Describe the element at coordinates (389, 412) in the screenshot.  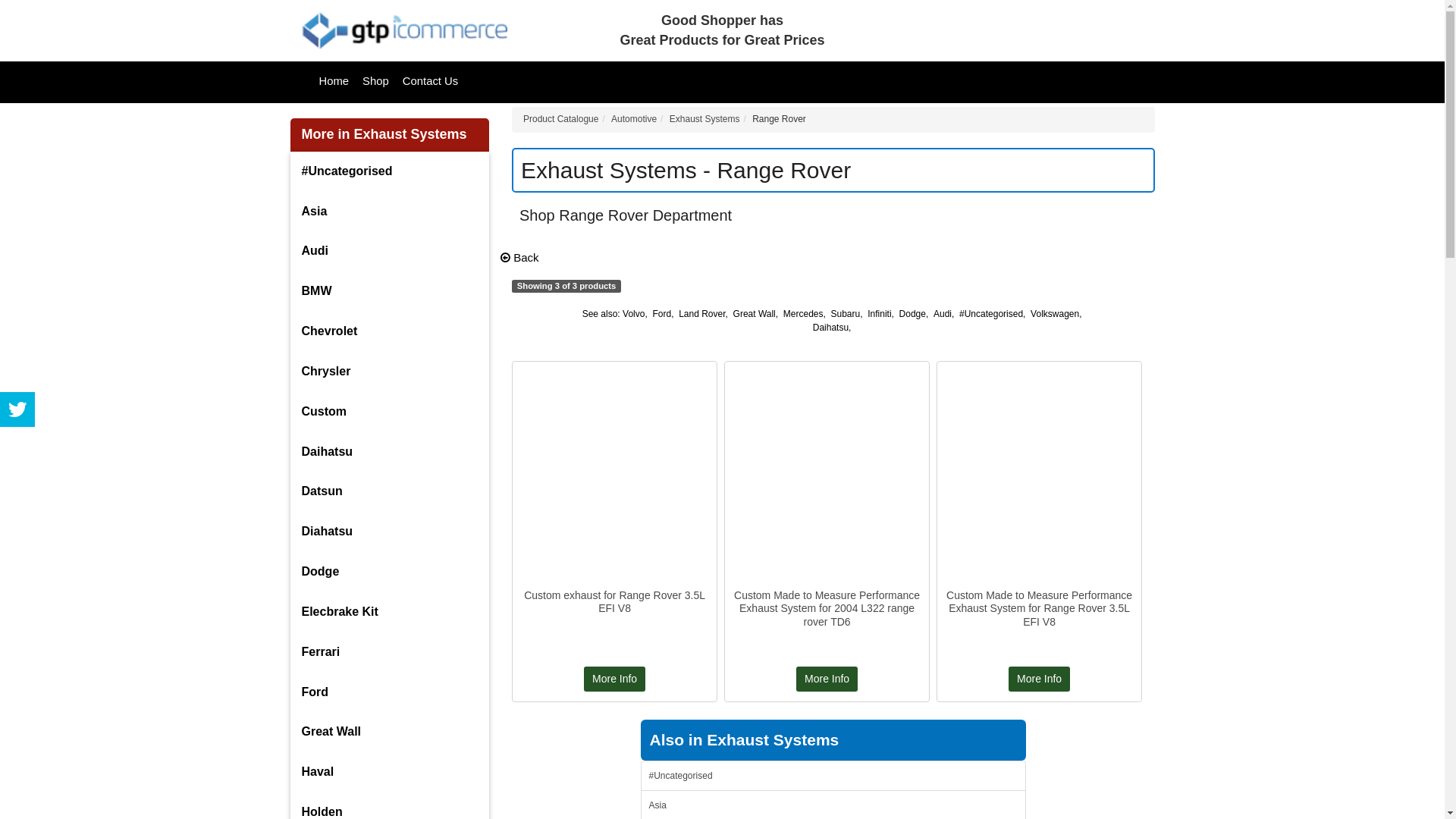
I see `'Custom'` at that location.